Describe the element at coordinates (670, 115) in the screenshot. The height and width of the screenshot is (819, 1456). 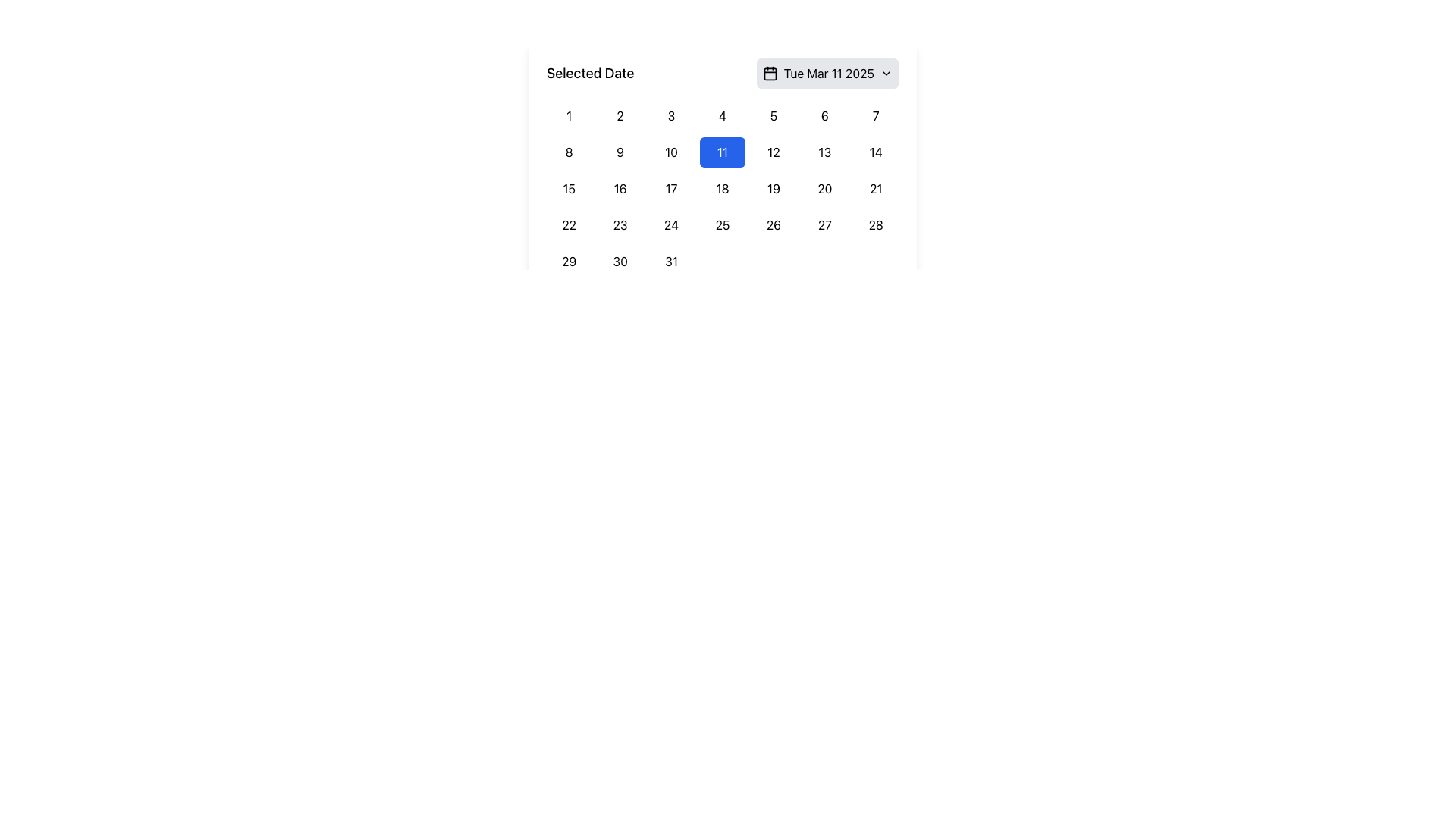
I see `the prominent button labeled '3' in the calendar grid` at that location.